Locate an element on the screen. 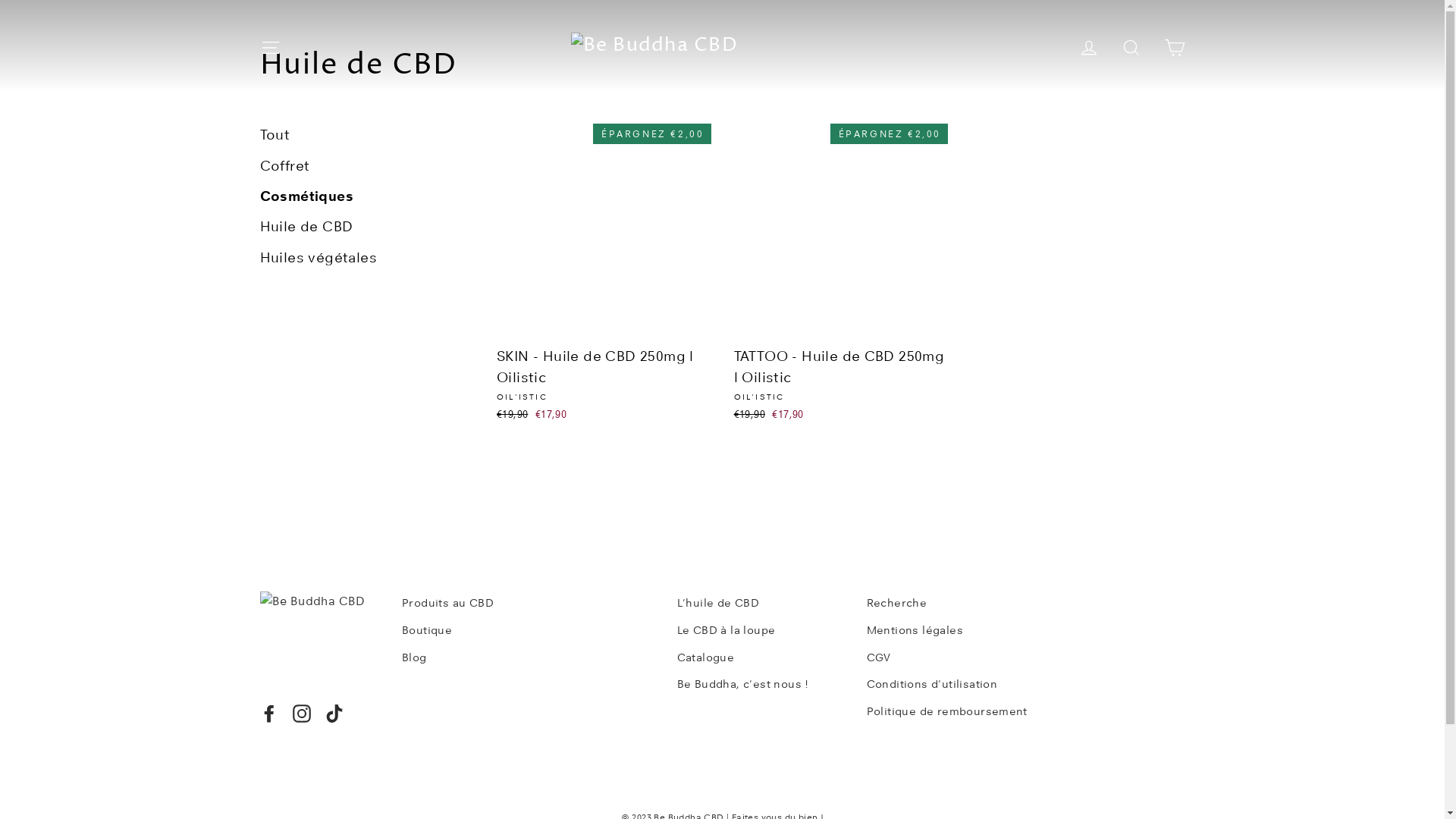  'Boutique' is located at coordinates (528, 631).